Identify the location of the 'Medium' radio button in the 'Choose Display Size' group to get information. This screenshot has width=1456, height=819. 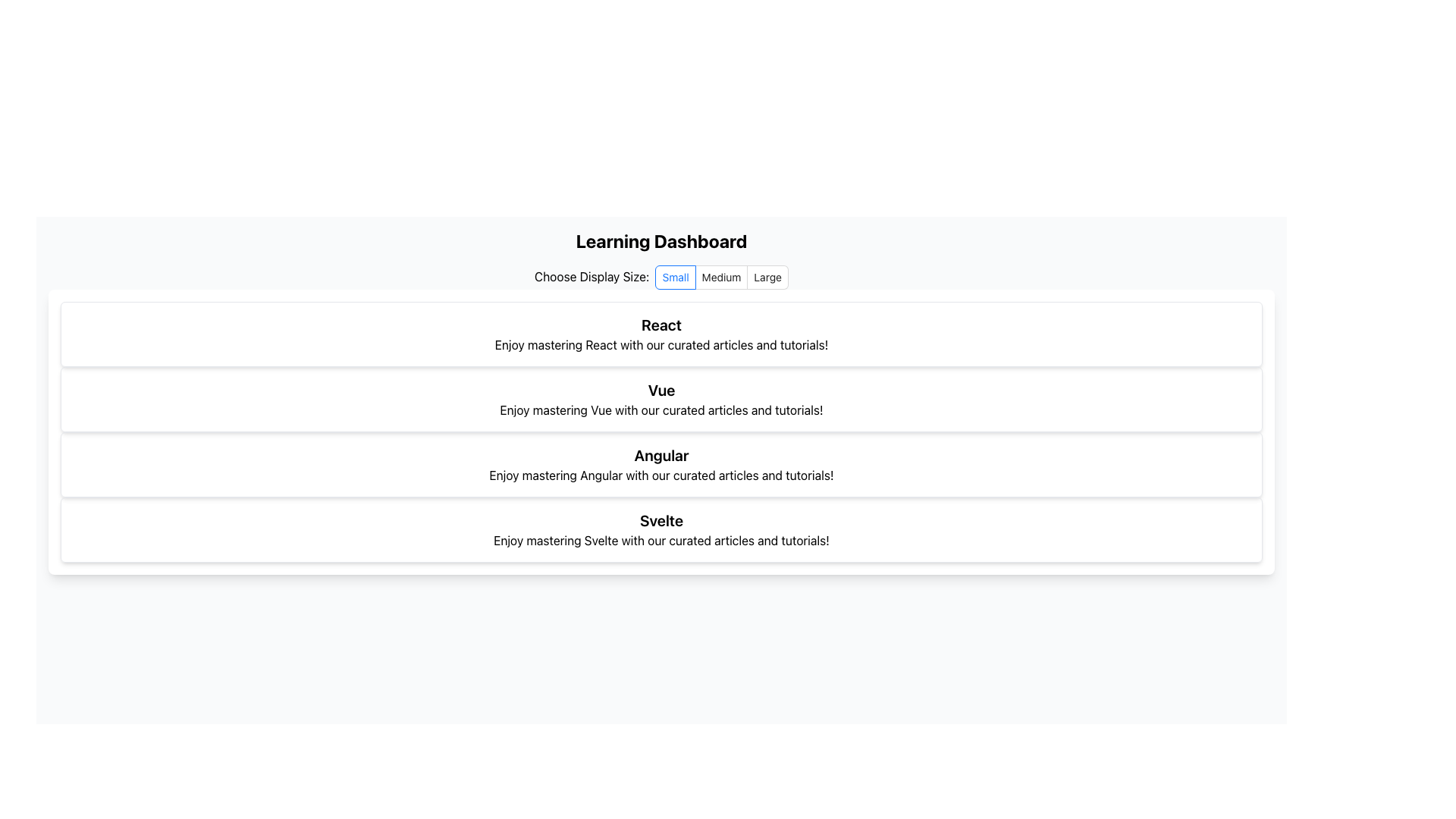
(720, 278).